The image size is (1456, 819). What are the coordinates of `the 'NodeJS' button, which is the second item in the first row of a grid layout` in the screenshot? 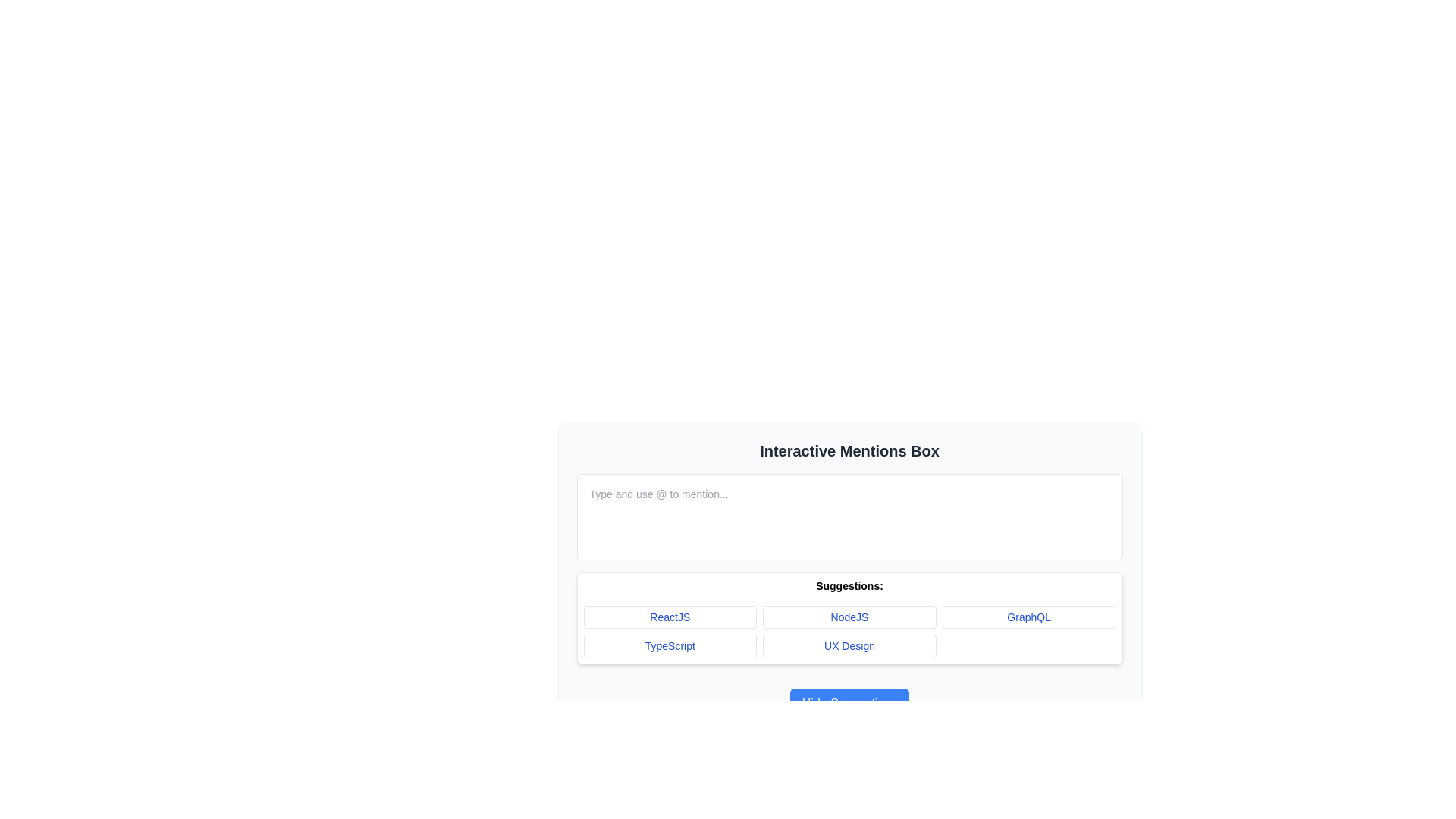 It's located at (849, 617).